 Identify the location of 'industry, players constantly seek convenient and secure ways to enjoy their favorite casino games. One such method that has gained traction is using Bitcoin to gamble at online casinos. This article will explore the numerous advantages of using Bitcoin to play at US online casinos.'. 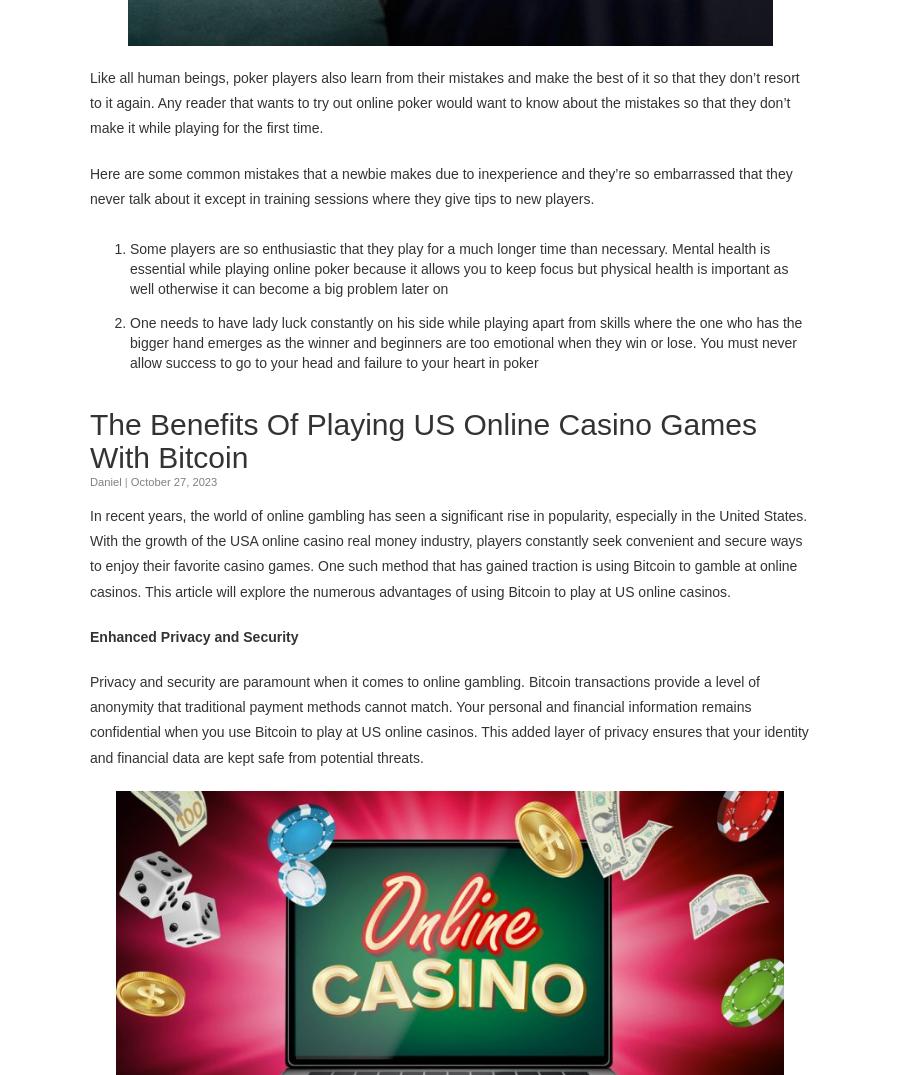
(446, 565).